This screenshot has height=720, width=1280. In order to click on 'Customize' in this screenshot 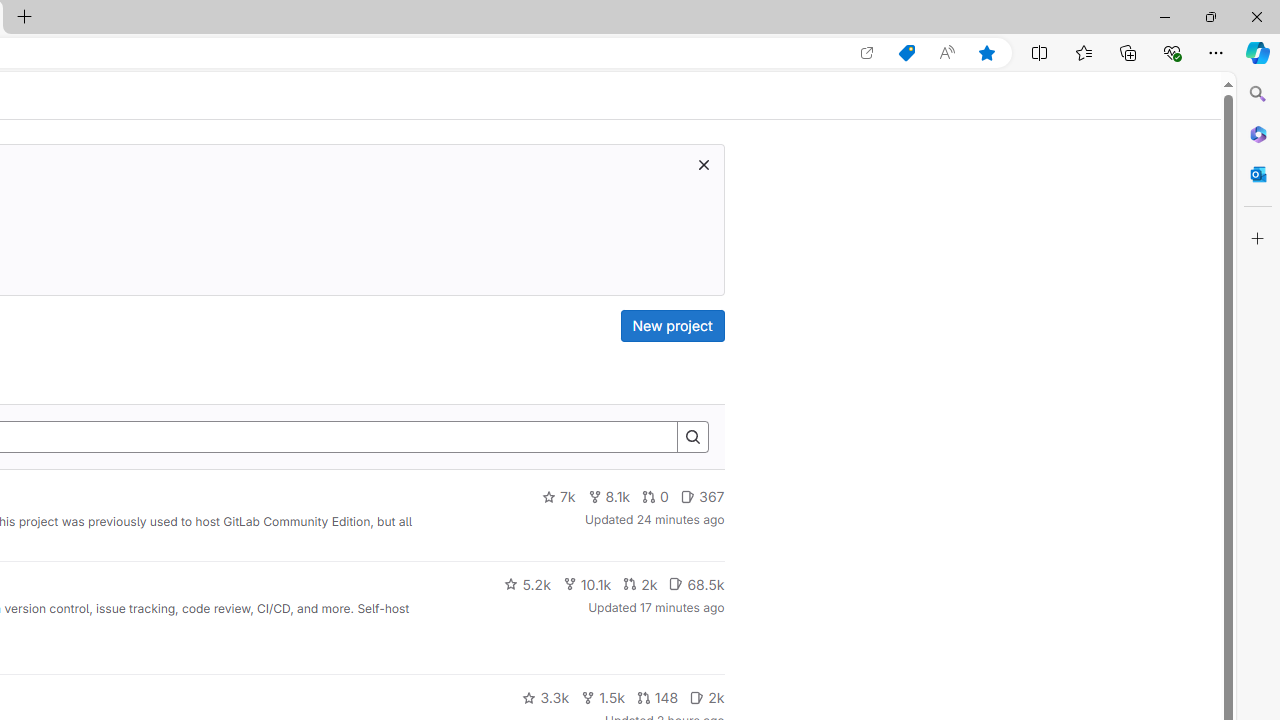, I will do `click(1257, 238)`.